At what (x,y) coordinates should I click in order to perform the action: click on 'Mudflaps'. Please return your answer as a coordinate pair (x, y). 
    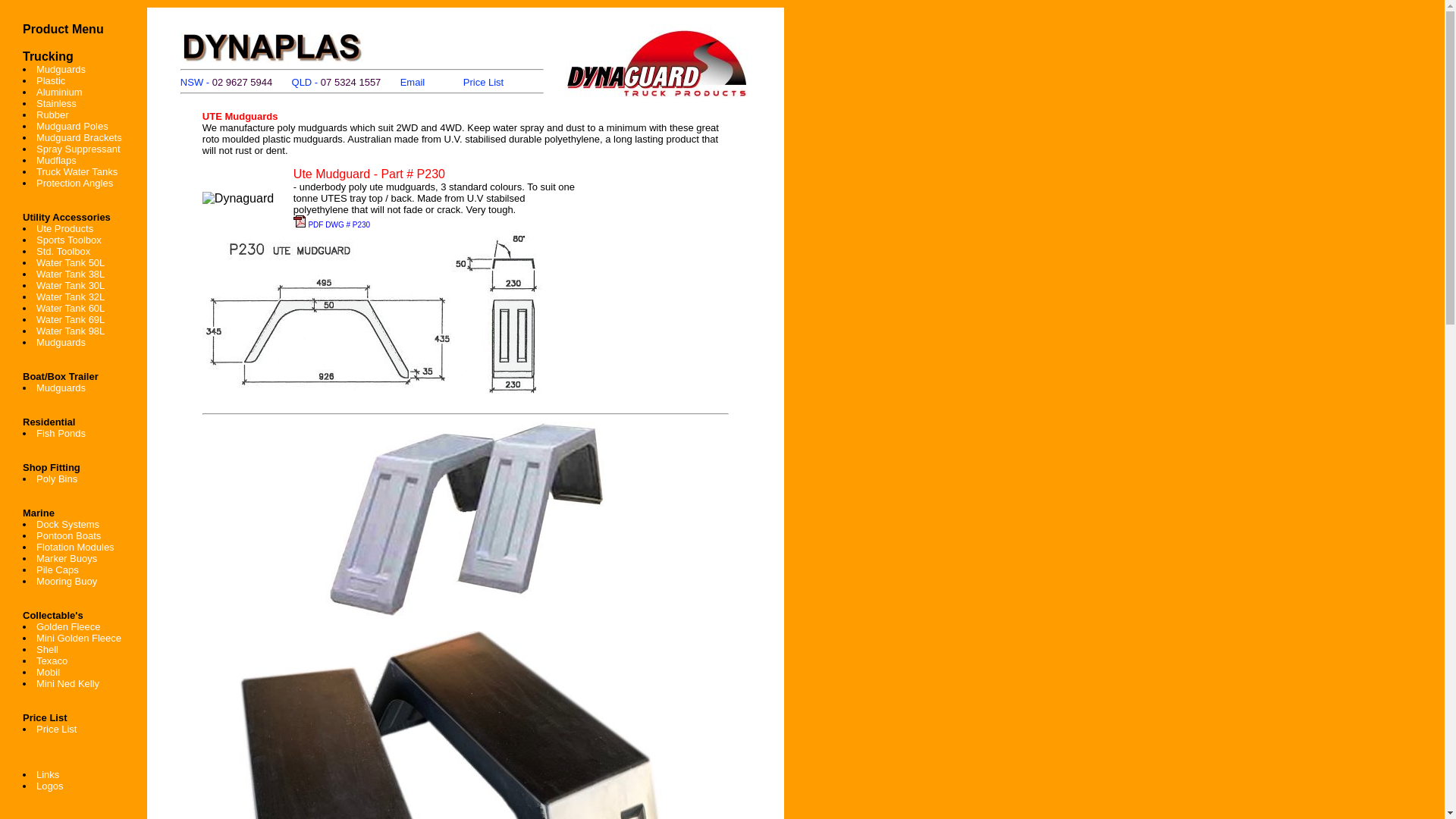
    Looking at the image, I should click on (36, 160).